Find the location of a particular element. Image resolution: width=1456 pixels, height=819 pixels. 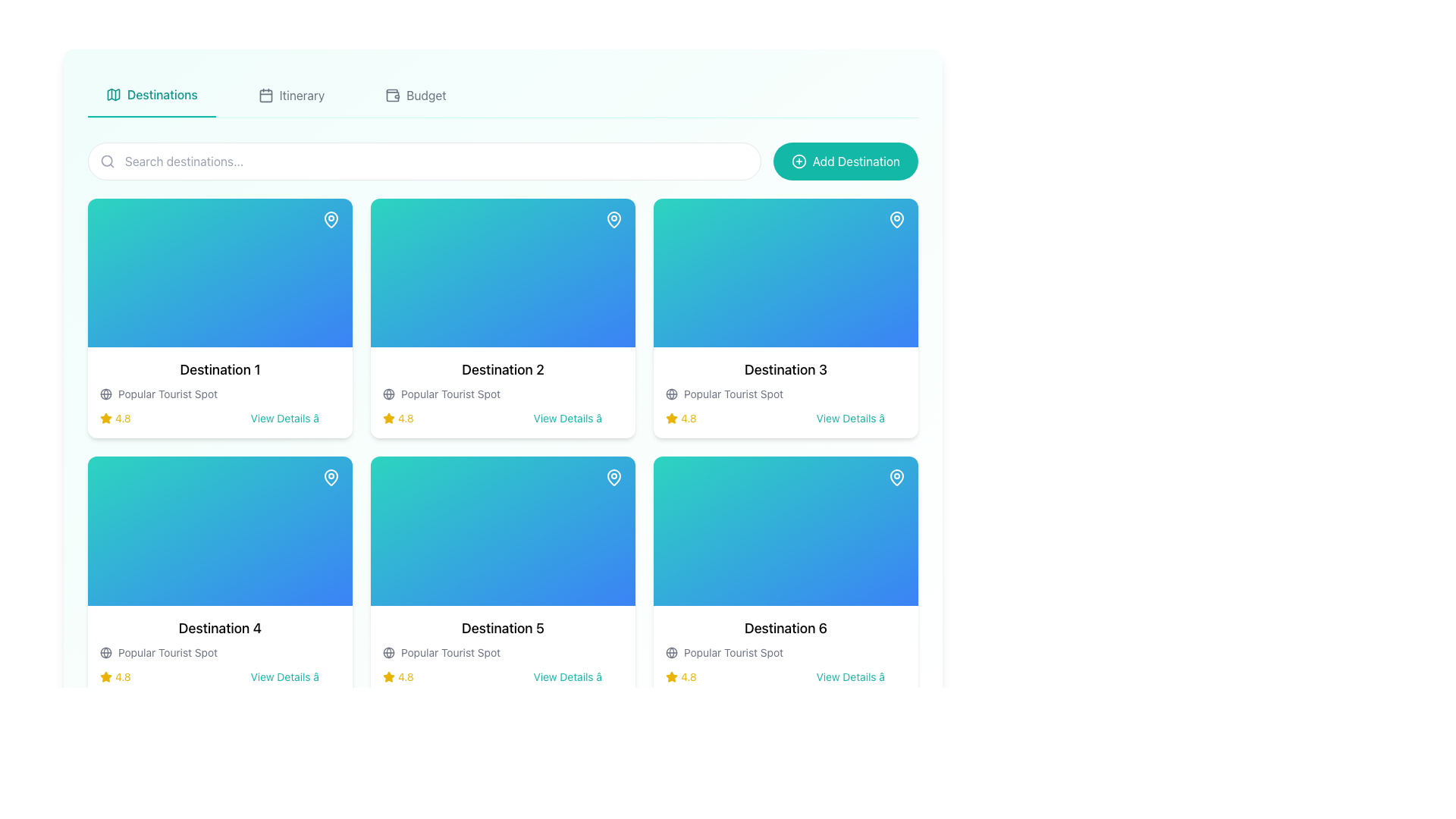

the map pin icon located in the top-right corner of the 'Destination 1' card is located at coordinates (330, 219).